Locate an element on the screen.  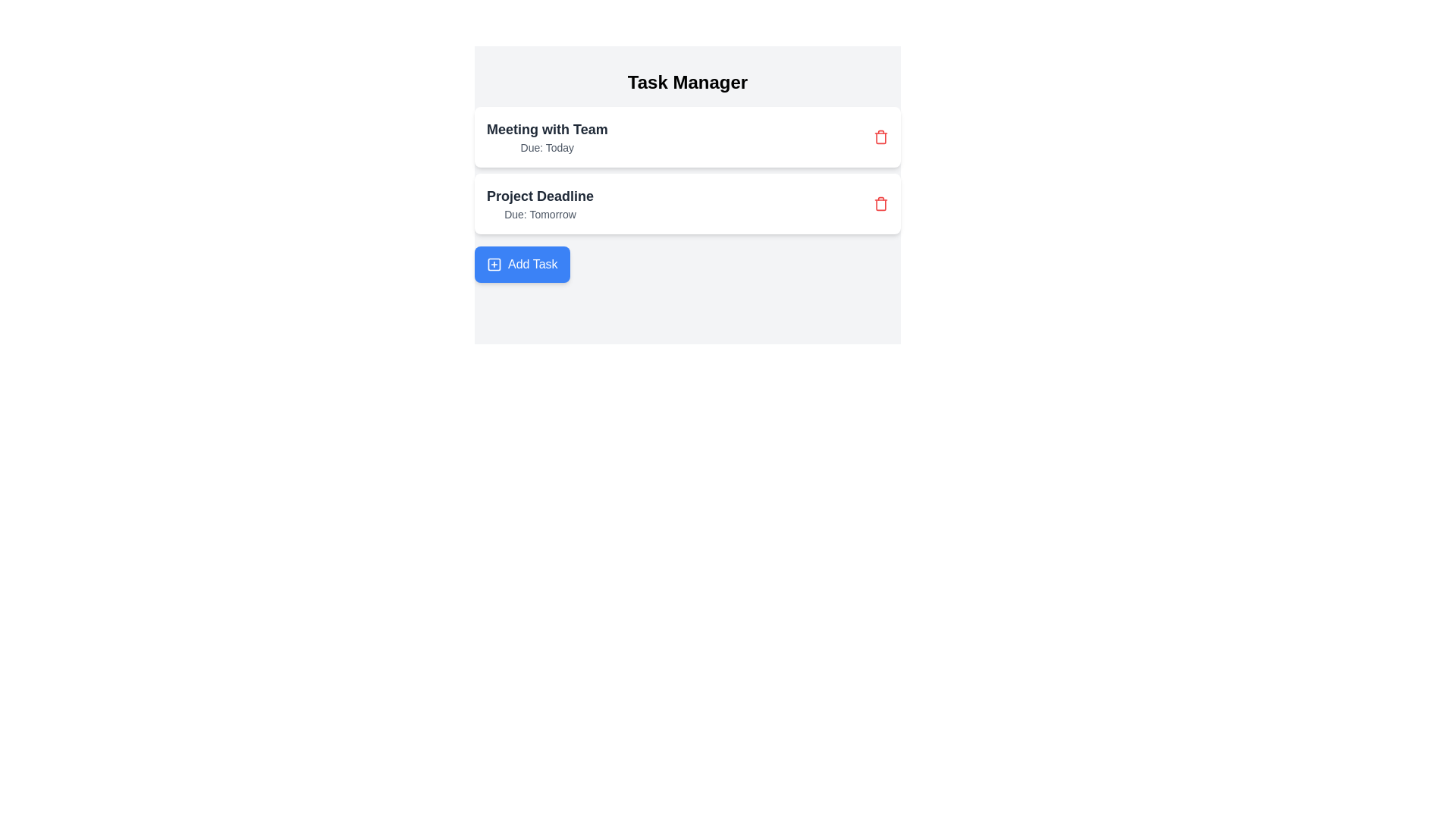
the icon associated with adding a new task located at the leftmost side of the blue 'Add Task' button is located at coordinates (494, 263).